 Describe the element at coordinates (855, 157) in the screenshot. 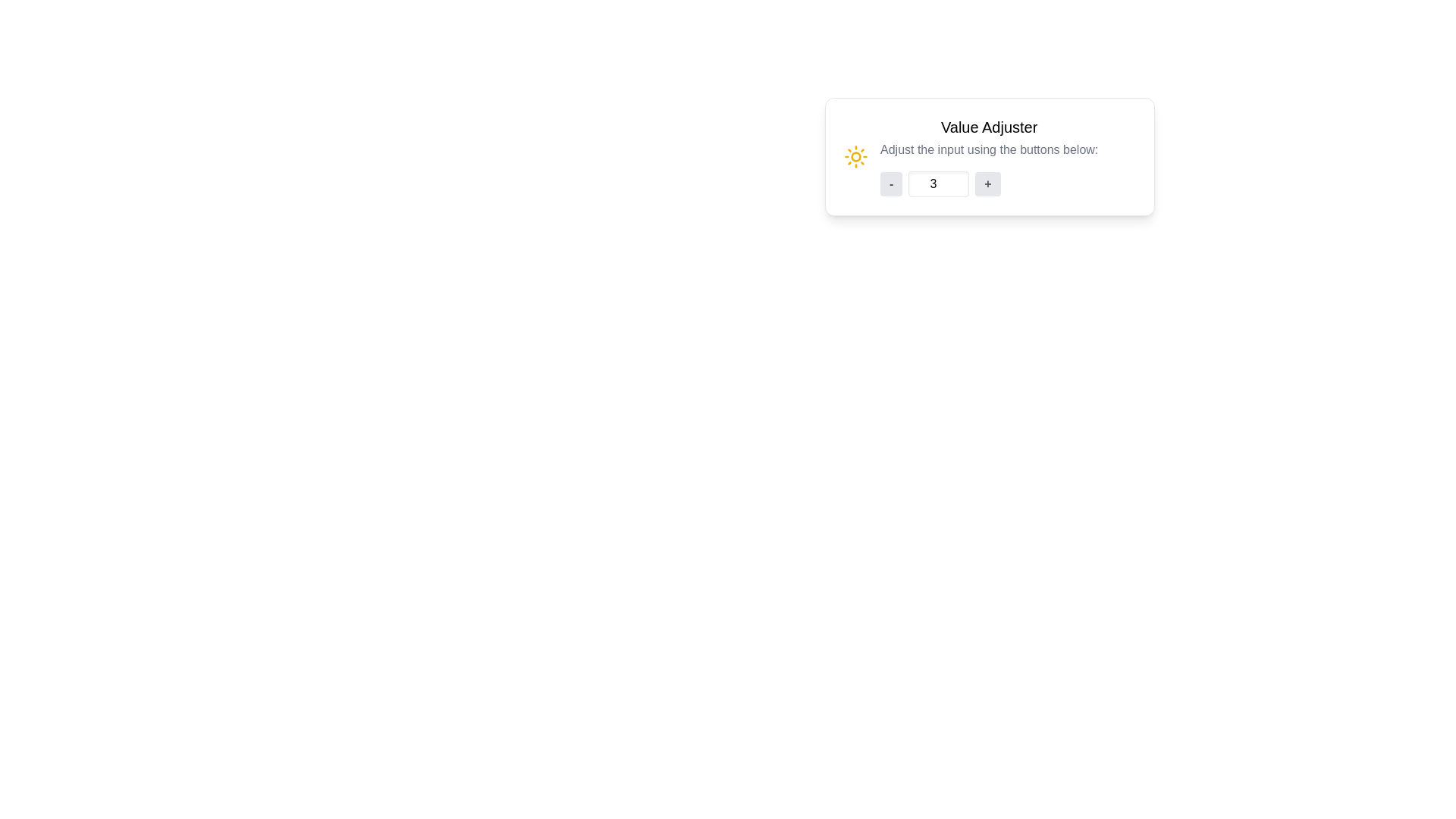

I see `the decorative graphic, which is a circular element located at the center of the sun icon within the 'Value Adjuster' widget` at that location.